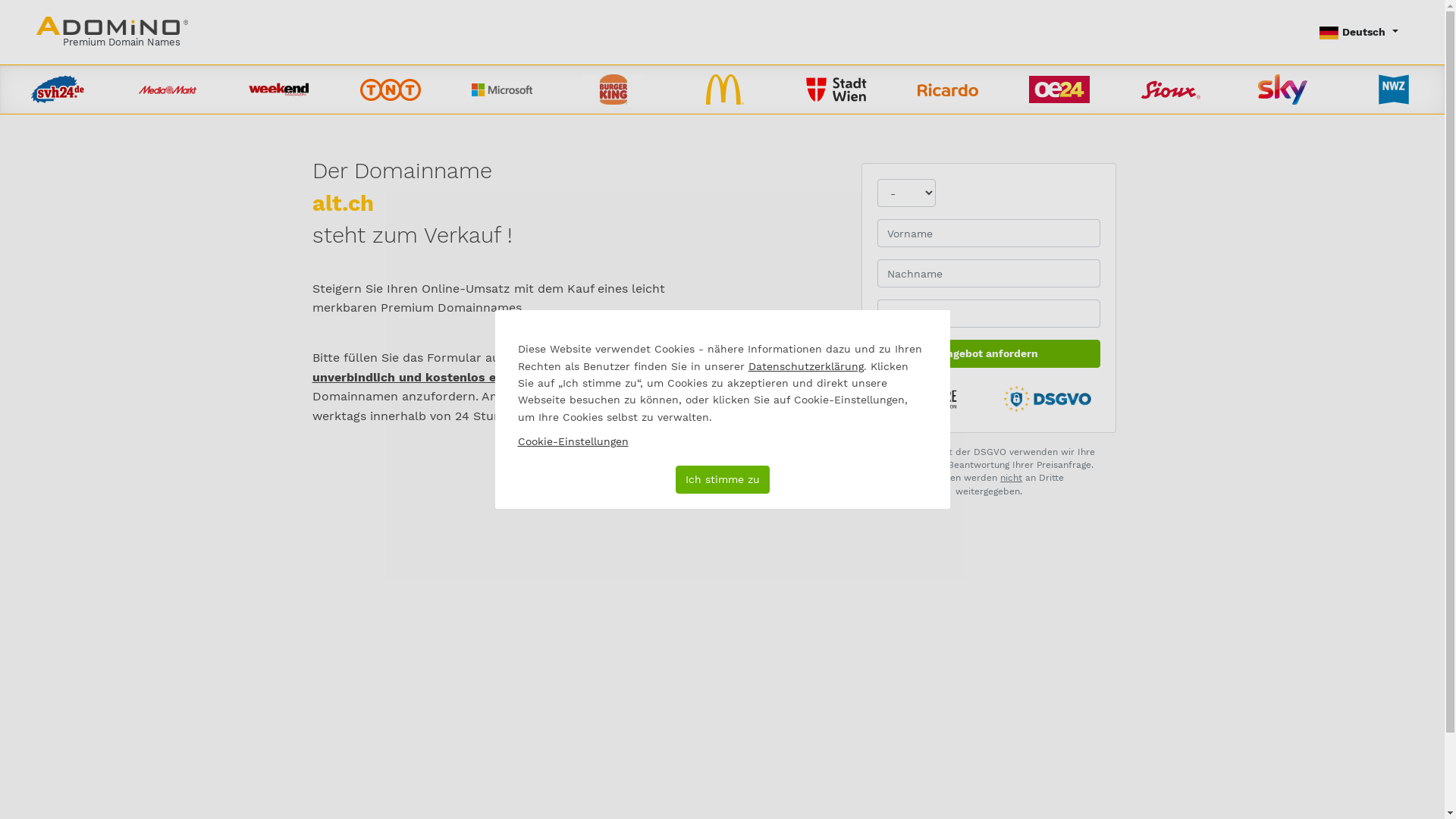 The height and width of the screenshot is (819, 1456). Describe the element at coordinates (1358, 32) in the screenshot. I see `'Deutsch'` at that location.